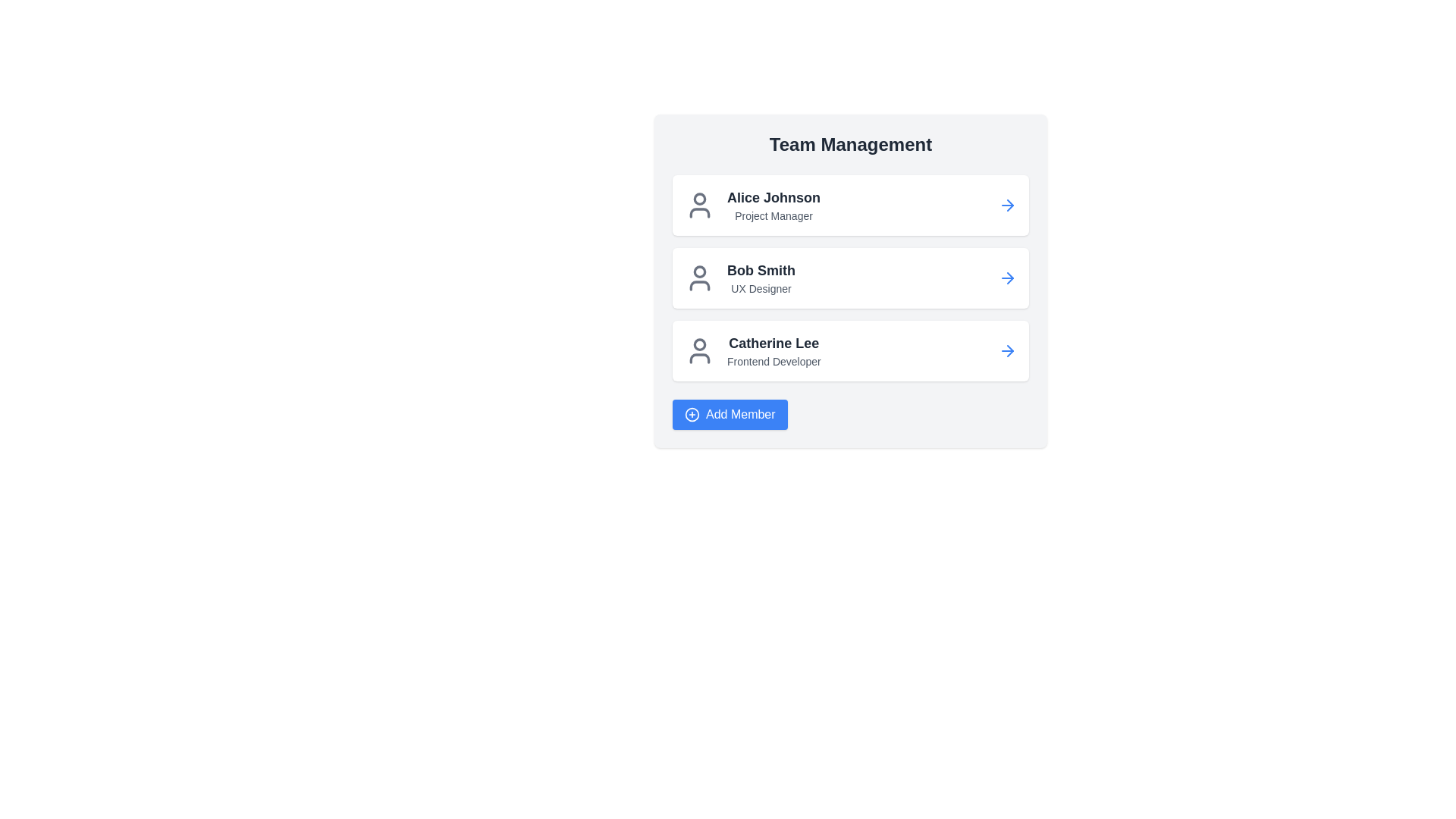 This screenshot has width=1456, height=819. Describe the element at coordinates (1010, 278) in the screenshot. I see `the right-pointing blue arrow icon associated with 'Bob Smith' in the team members list` at that location.